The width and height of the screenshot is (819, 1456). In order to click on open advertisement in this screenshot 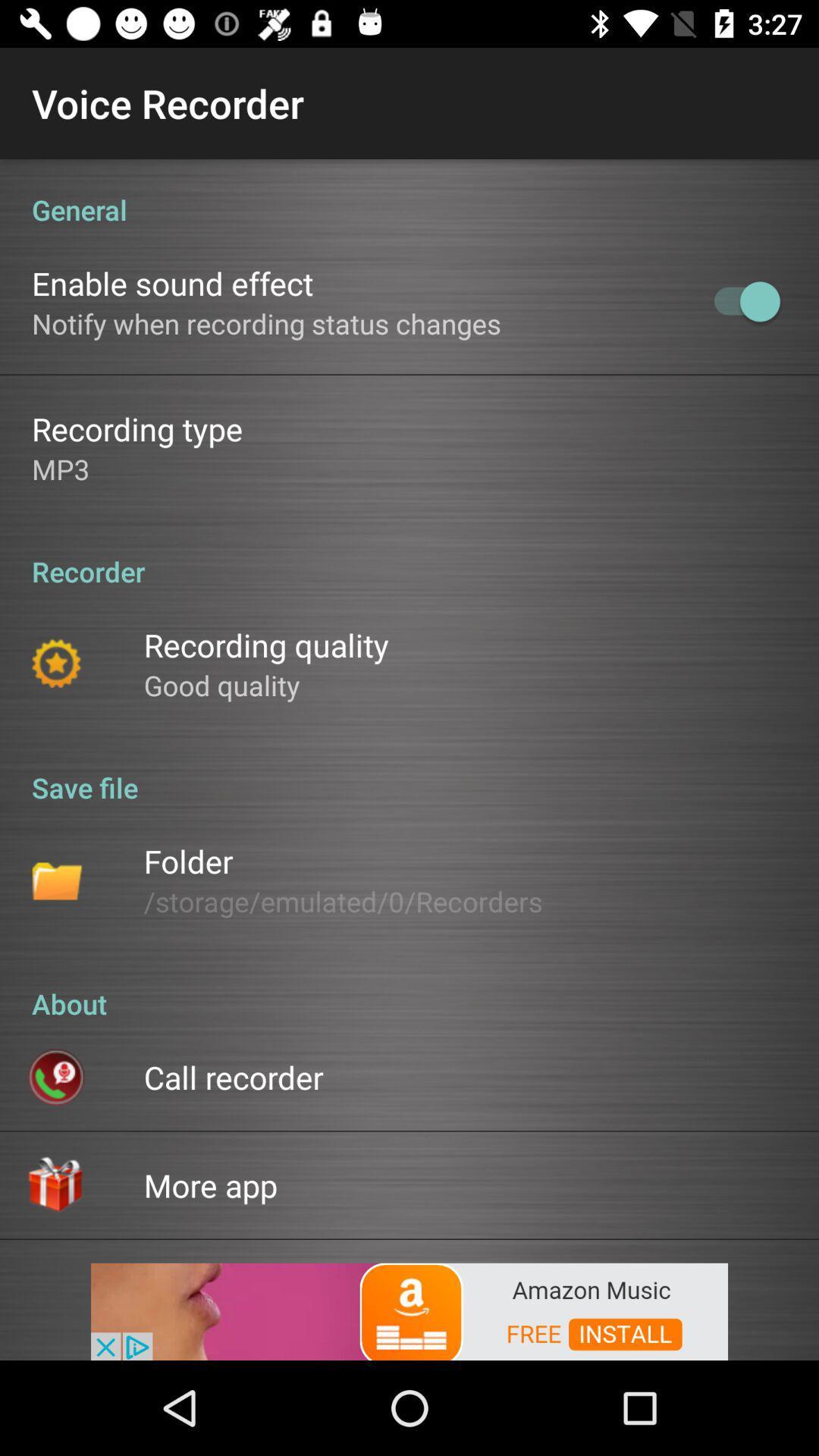, I will do `click(409, 1310)`.